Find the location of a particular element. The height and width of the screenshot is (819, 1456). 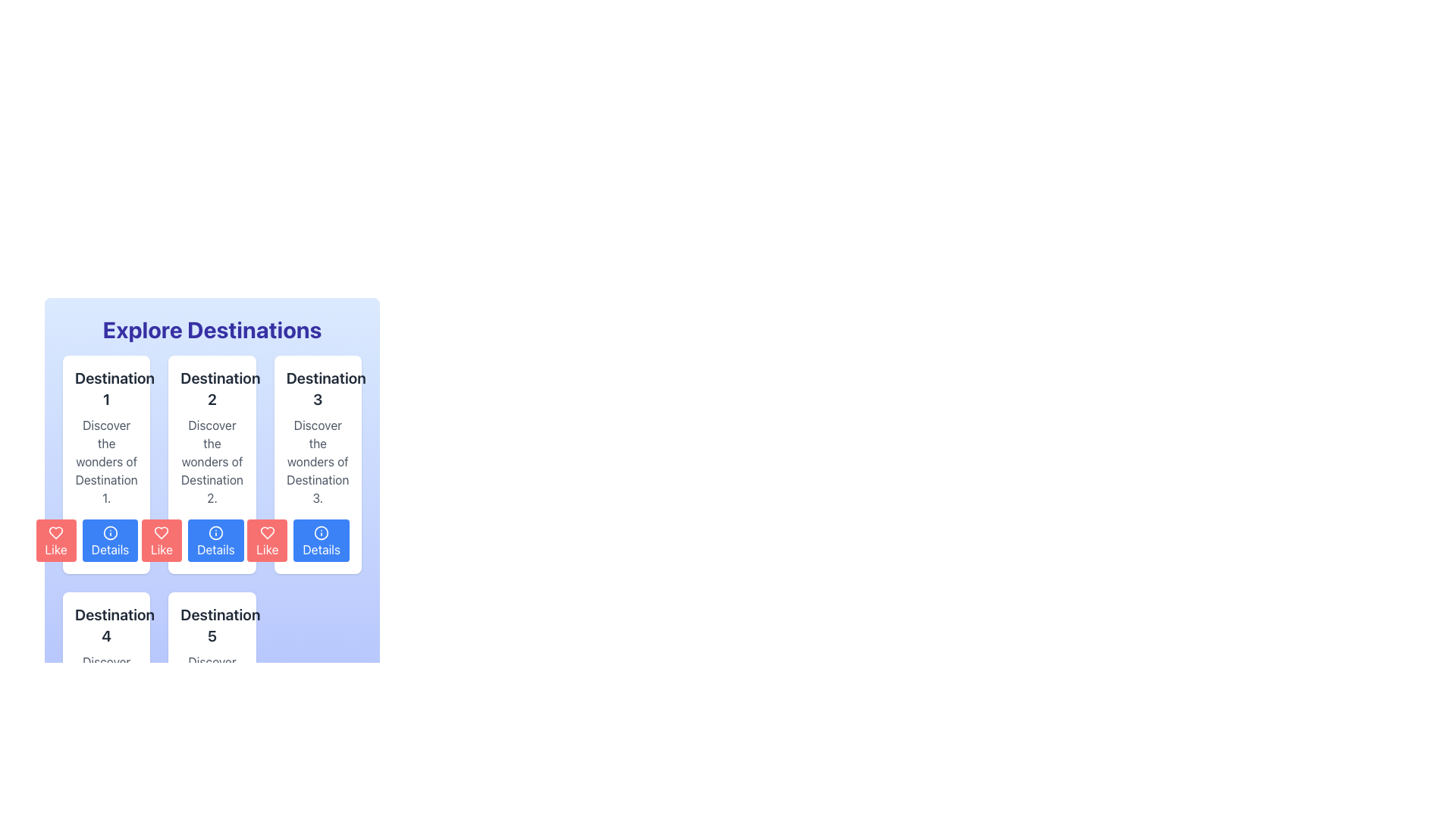

the 'like' icon located in the second 'Like' button under the card labeled 'Destination 2', which visually represents the 'like' action is located at coordinates (162, 532).